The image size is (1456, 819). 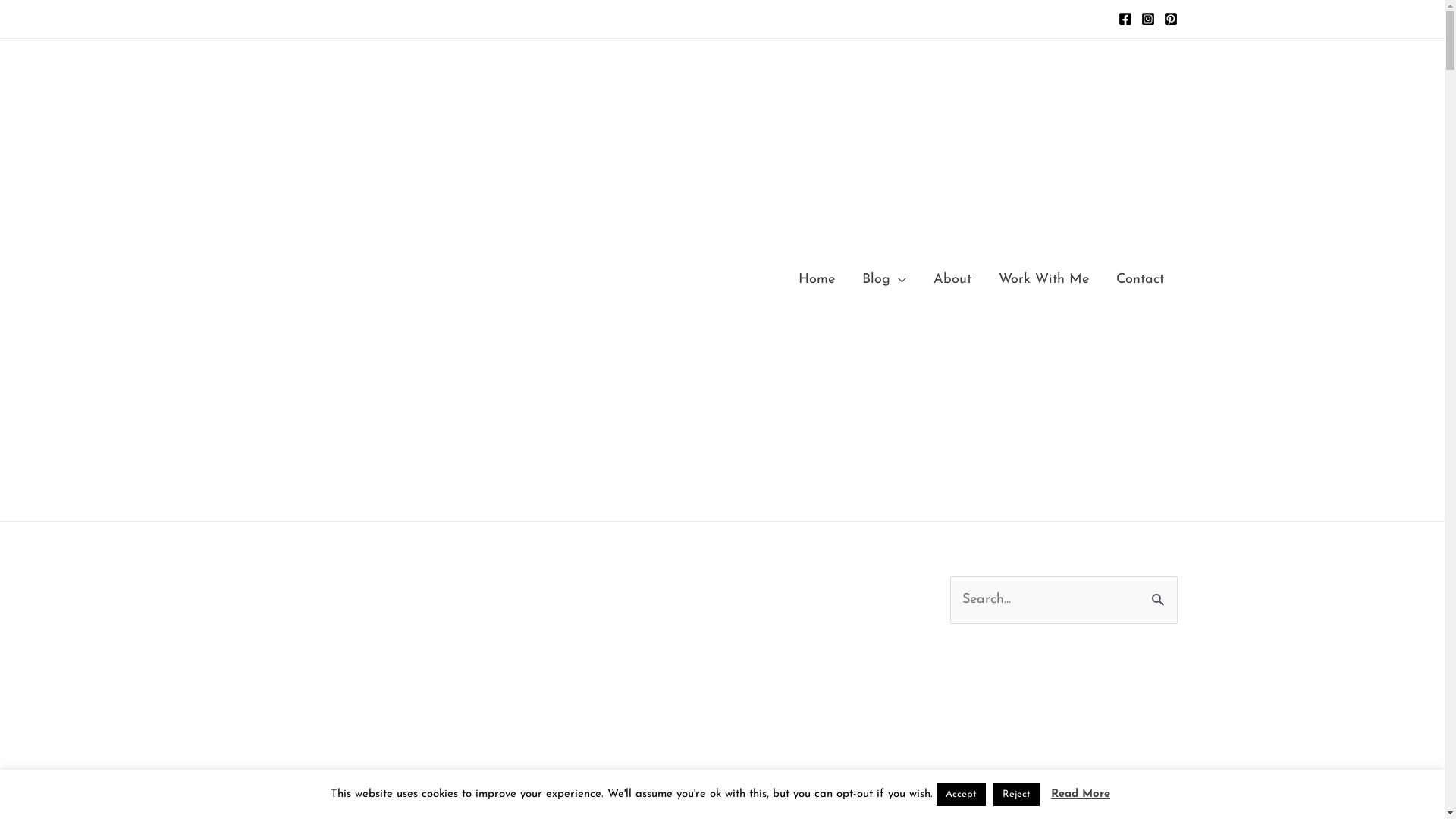 I want to click on 'Read More', so click(x=1080, y=793).